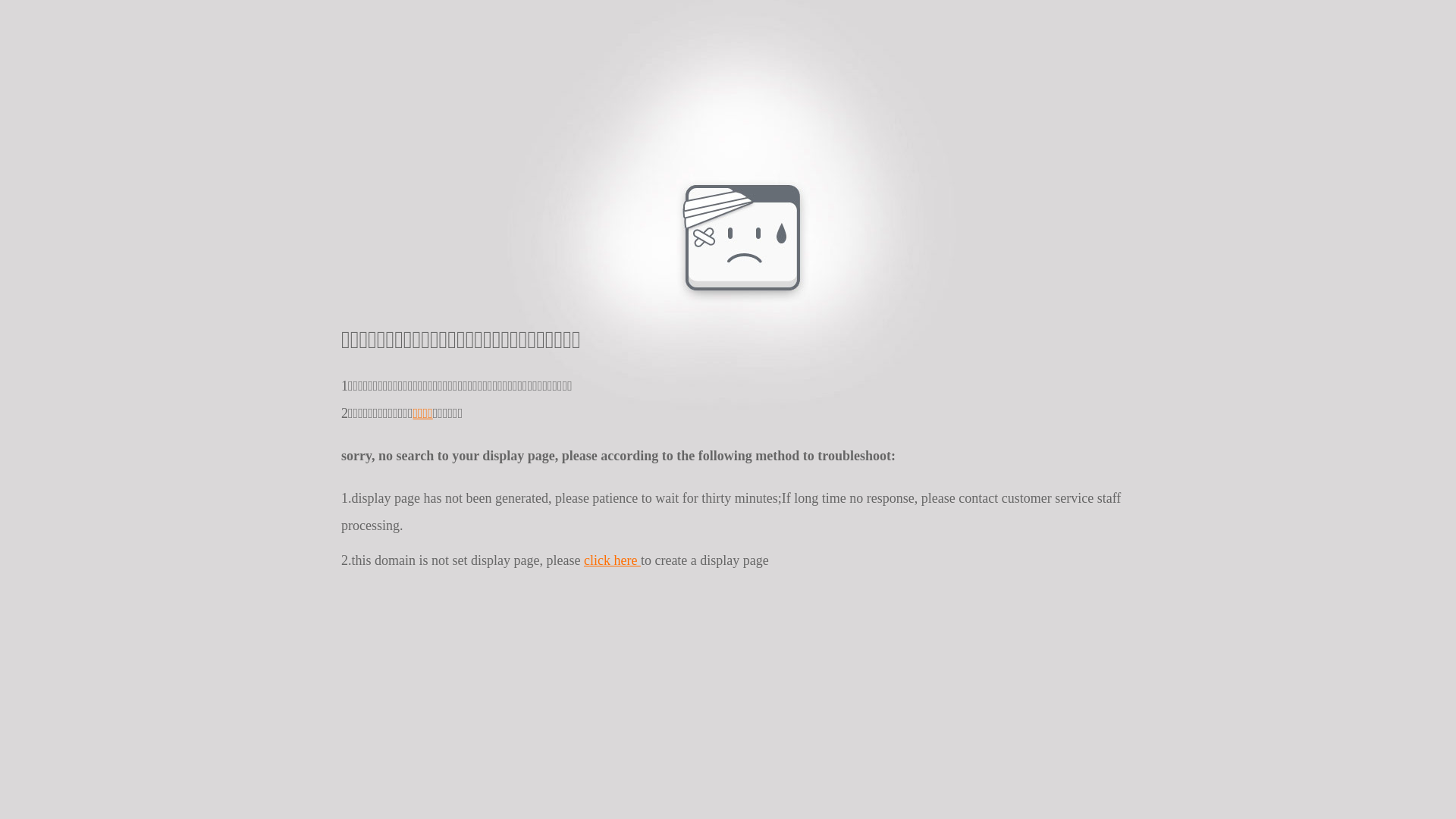 This screenshot has height=819, width=1456. What do you see at coordinates (612, 560) in the screenshot?
I see `'click here'` at bounding box center [612, 560].